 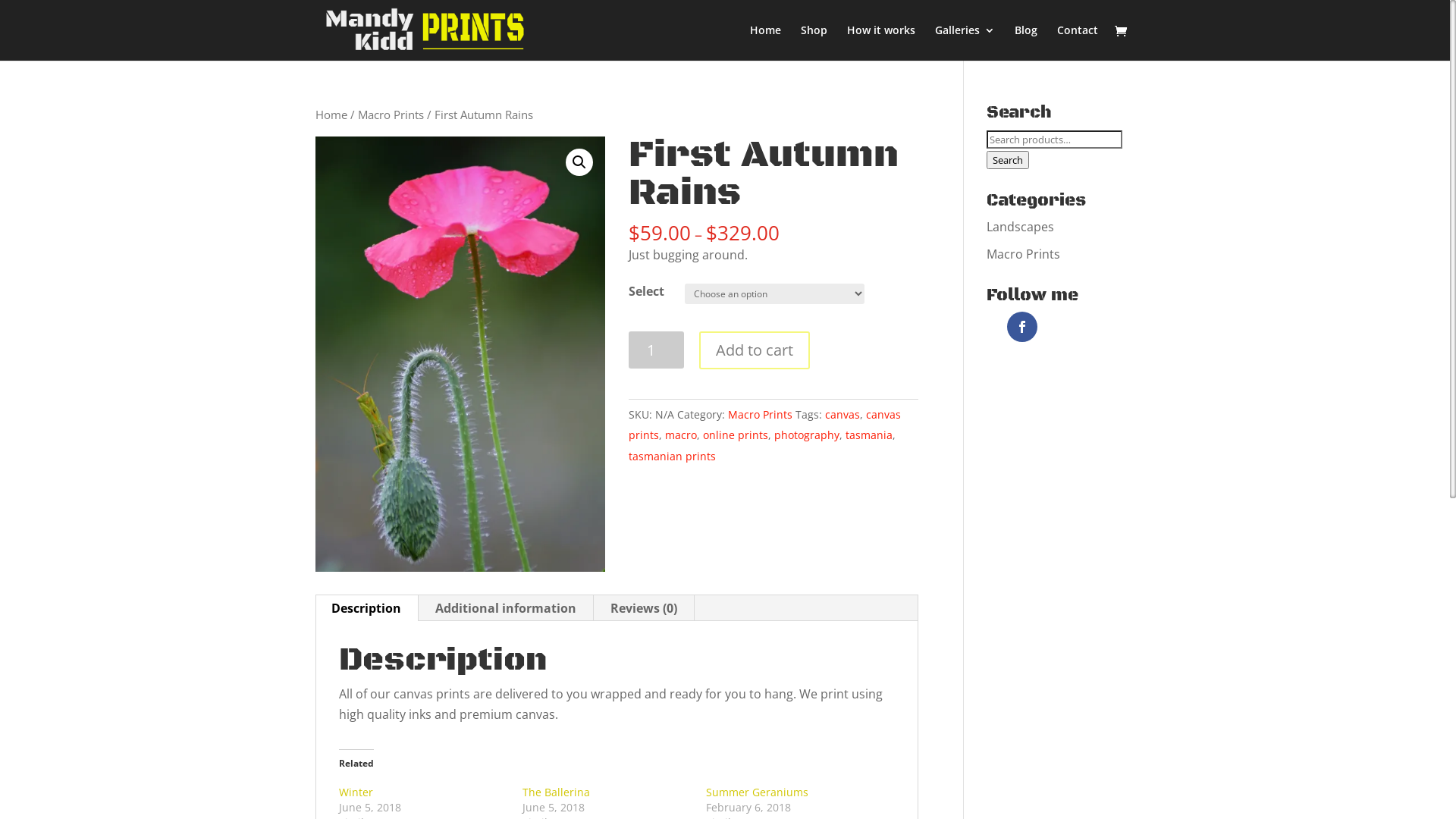 What do you see at coordinates (754, 350) in the screenshot?
I see `'Add to cart'` at bounding box center [754, 350].